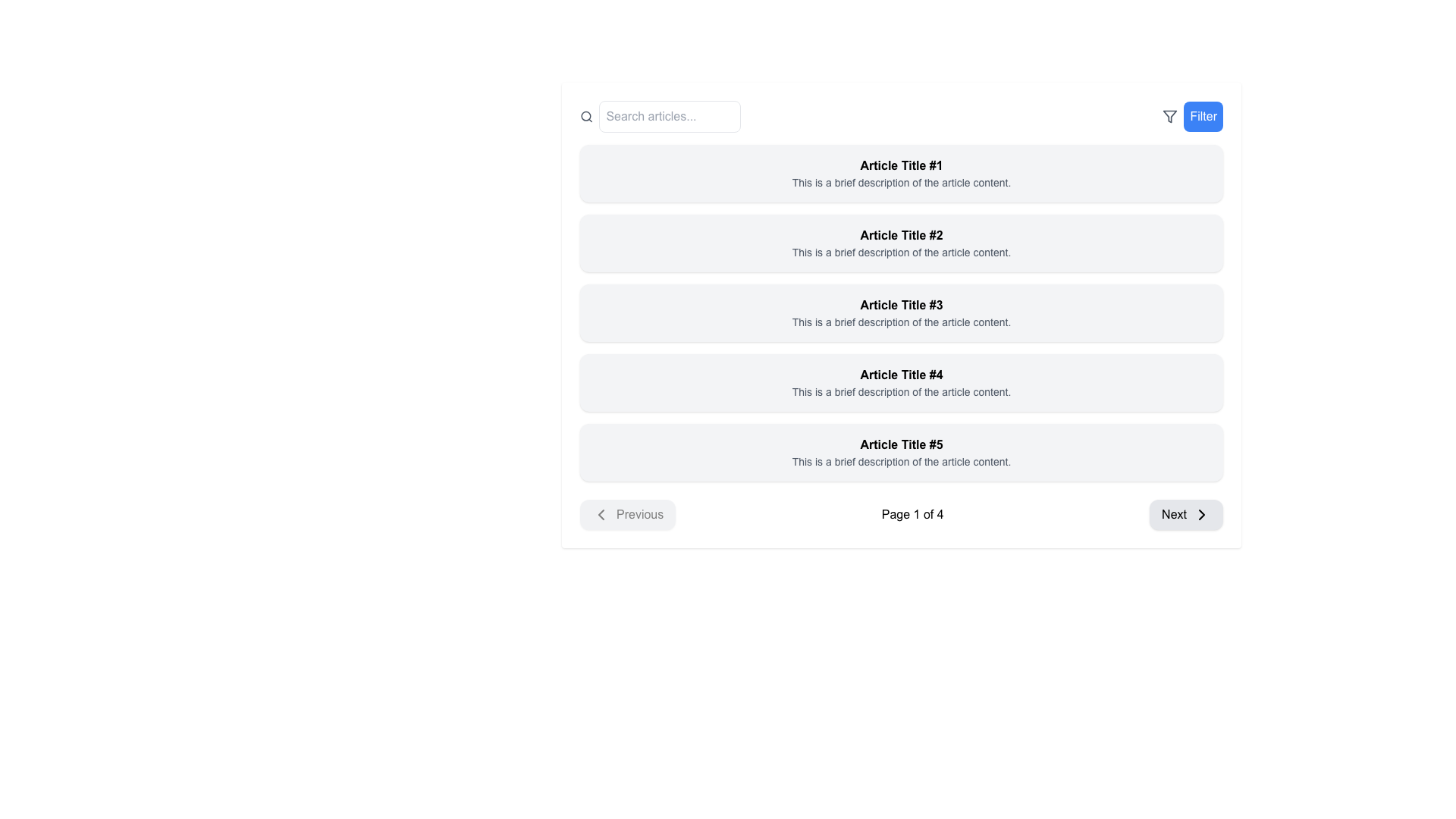  What do you see at coordinates (902, 461) in the screenshot?
I see `supplementary description text located directly below the title 'Article Title #5' in the fifth row of the article list` at bounding box center [902, 461].